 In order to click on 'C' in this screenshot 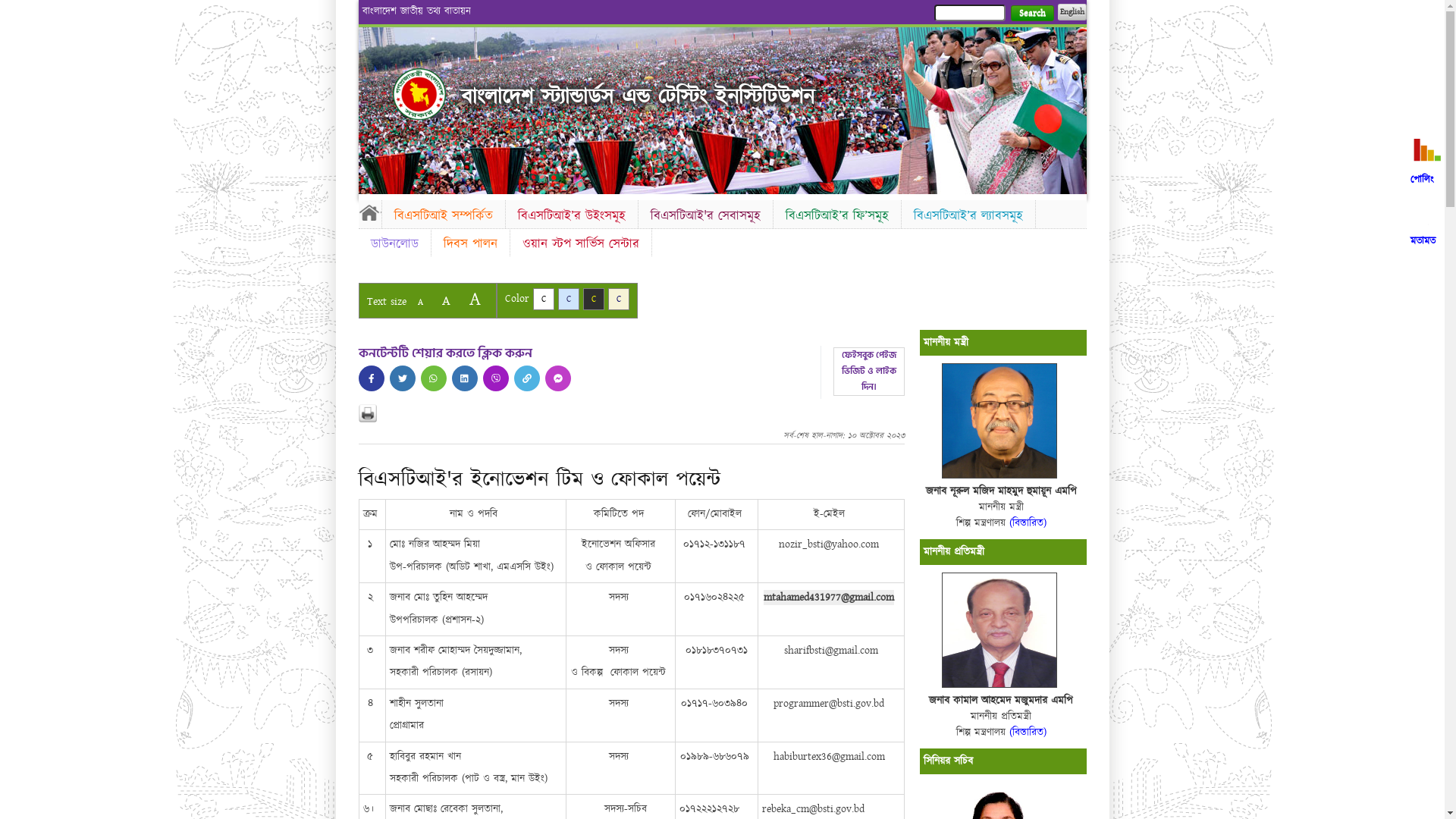, I will do `click(619, 299)`.